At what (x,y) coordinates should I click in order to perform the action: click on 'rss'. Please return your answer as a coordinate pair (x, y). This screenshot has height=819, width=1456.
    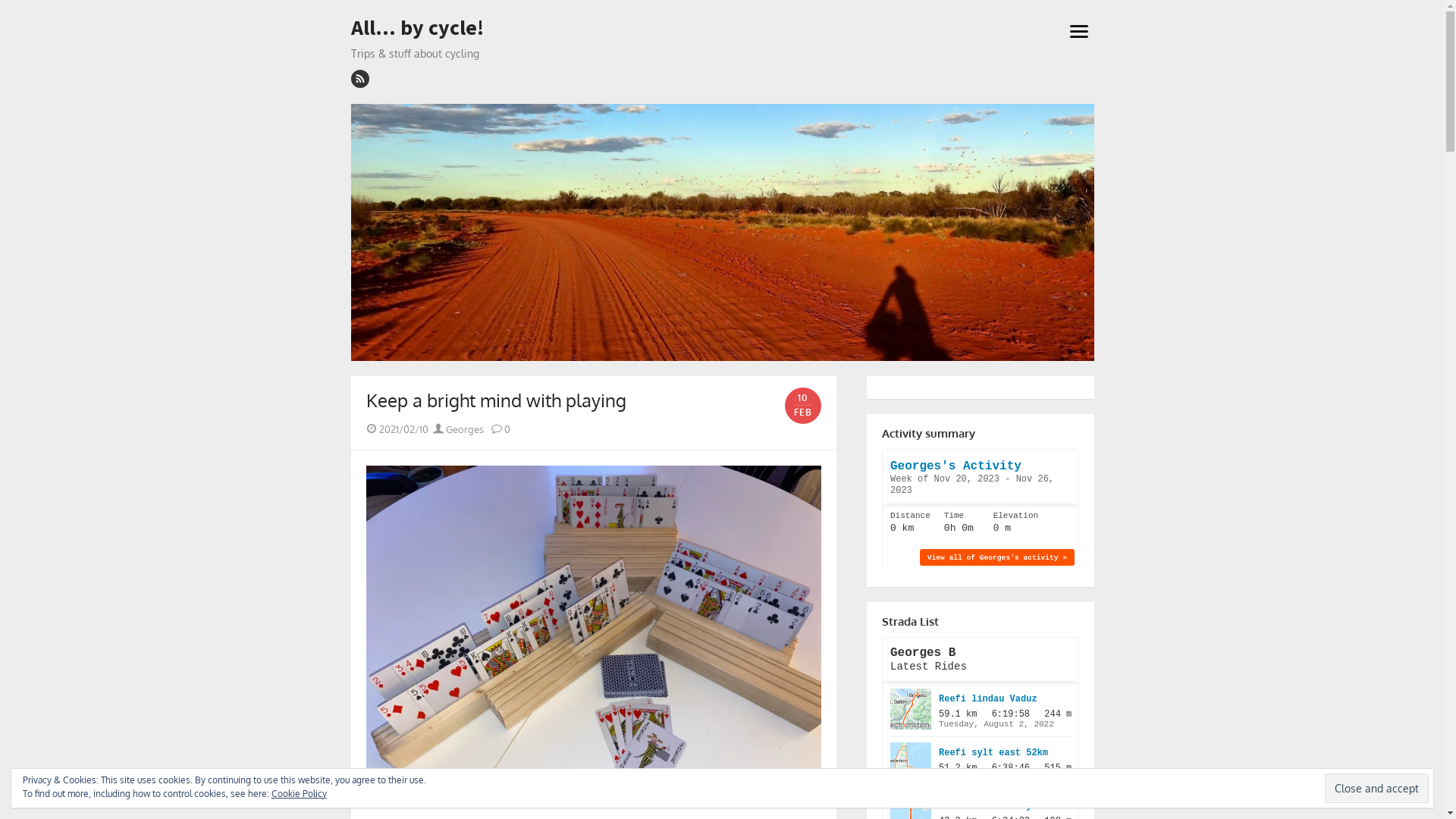
    Looking at the image, I should click on (349, 79).